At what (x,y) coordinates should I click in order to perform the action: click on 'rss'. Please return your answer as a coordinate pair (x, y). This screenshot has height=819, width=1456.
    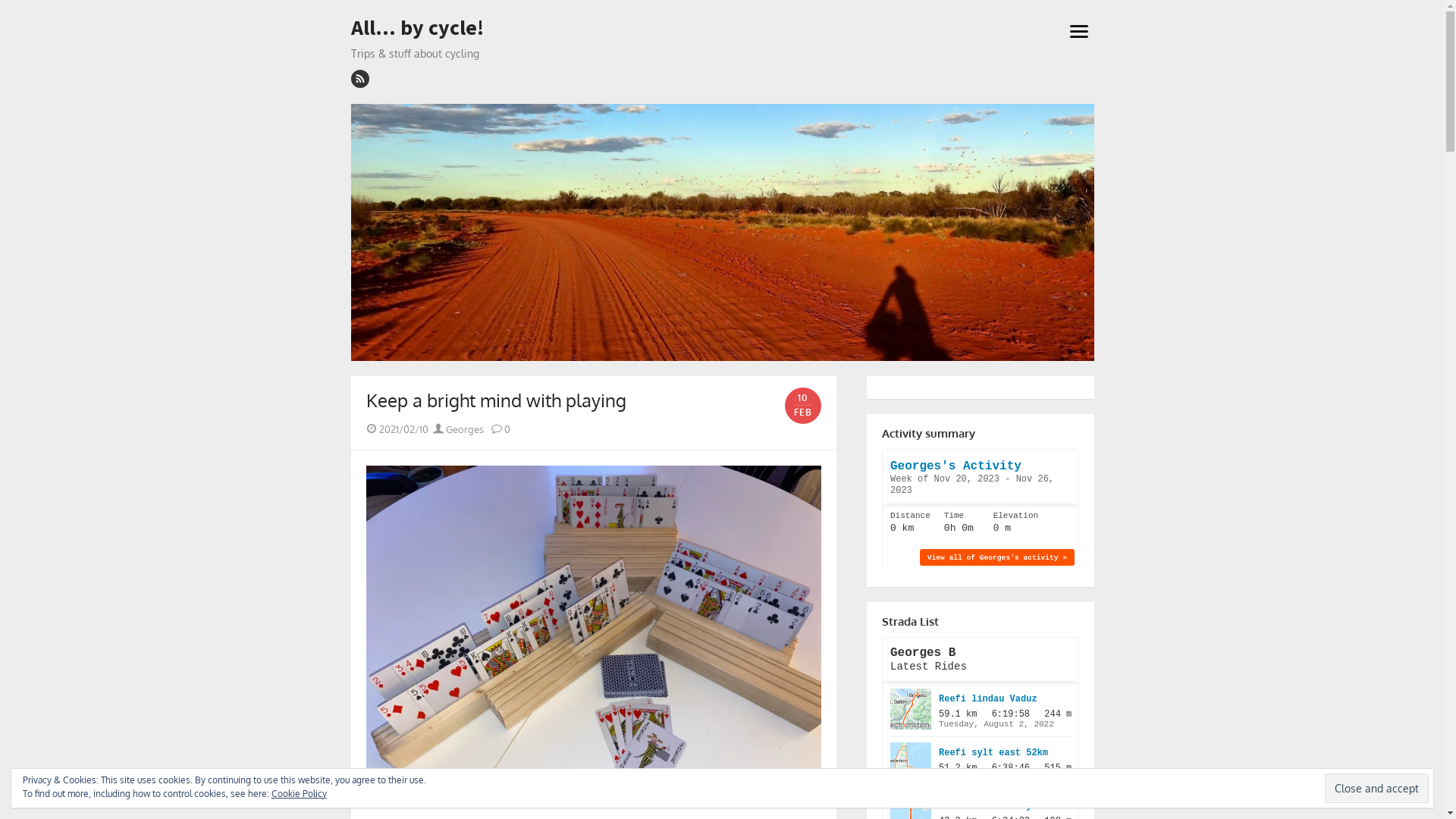
    Looking at the image, I should click on (349, 79).